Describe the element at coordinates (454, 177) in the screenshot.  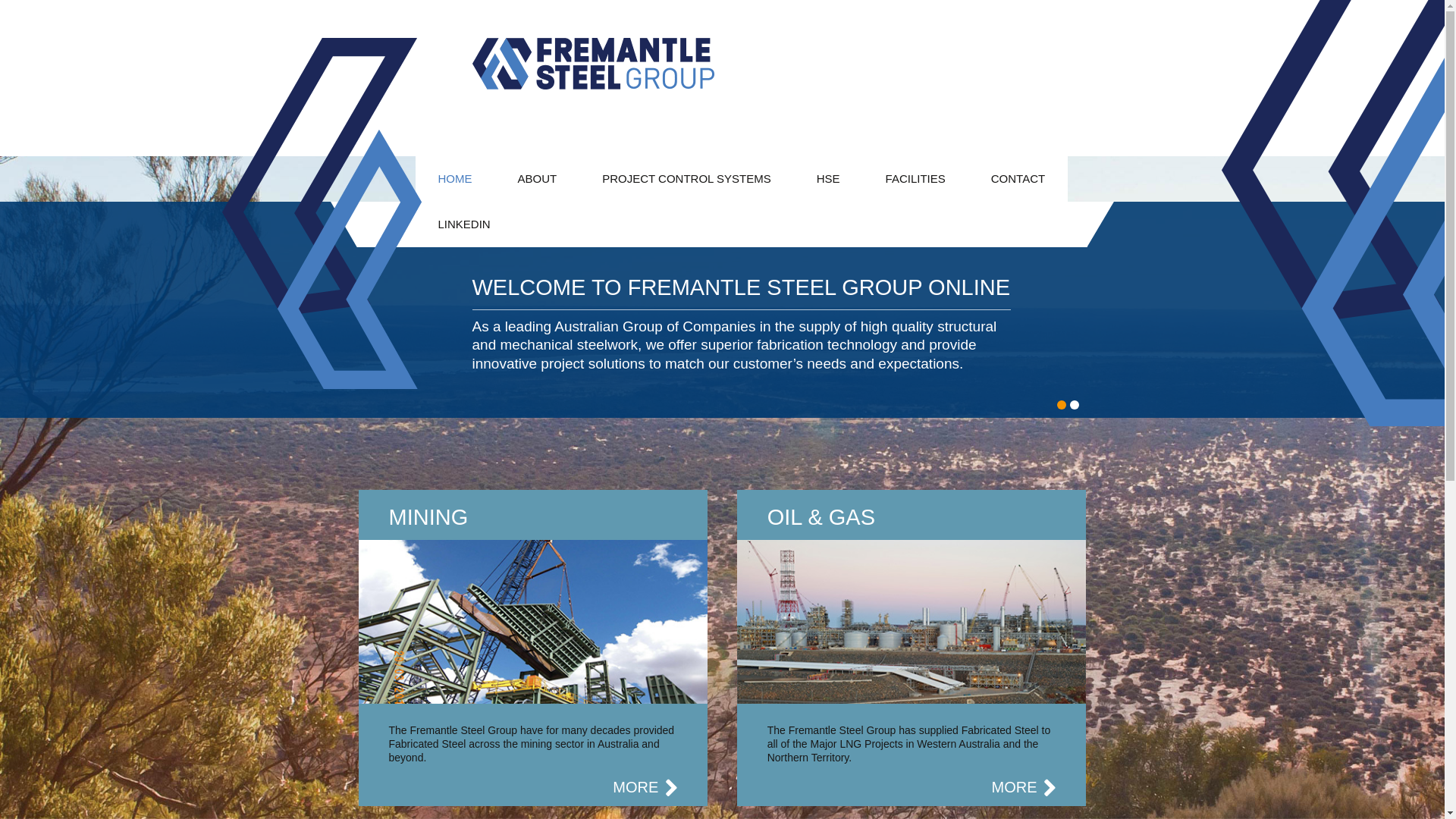
I see `'HOME'` at that location.